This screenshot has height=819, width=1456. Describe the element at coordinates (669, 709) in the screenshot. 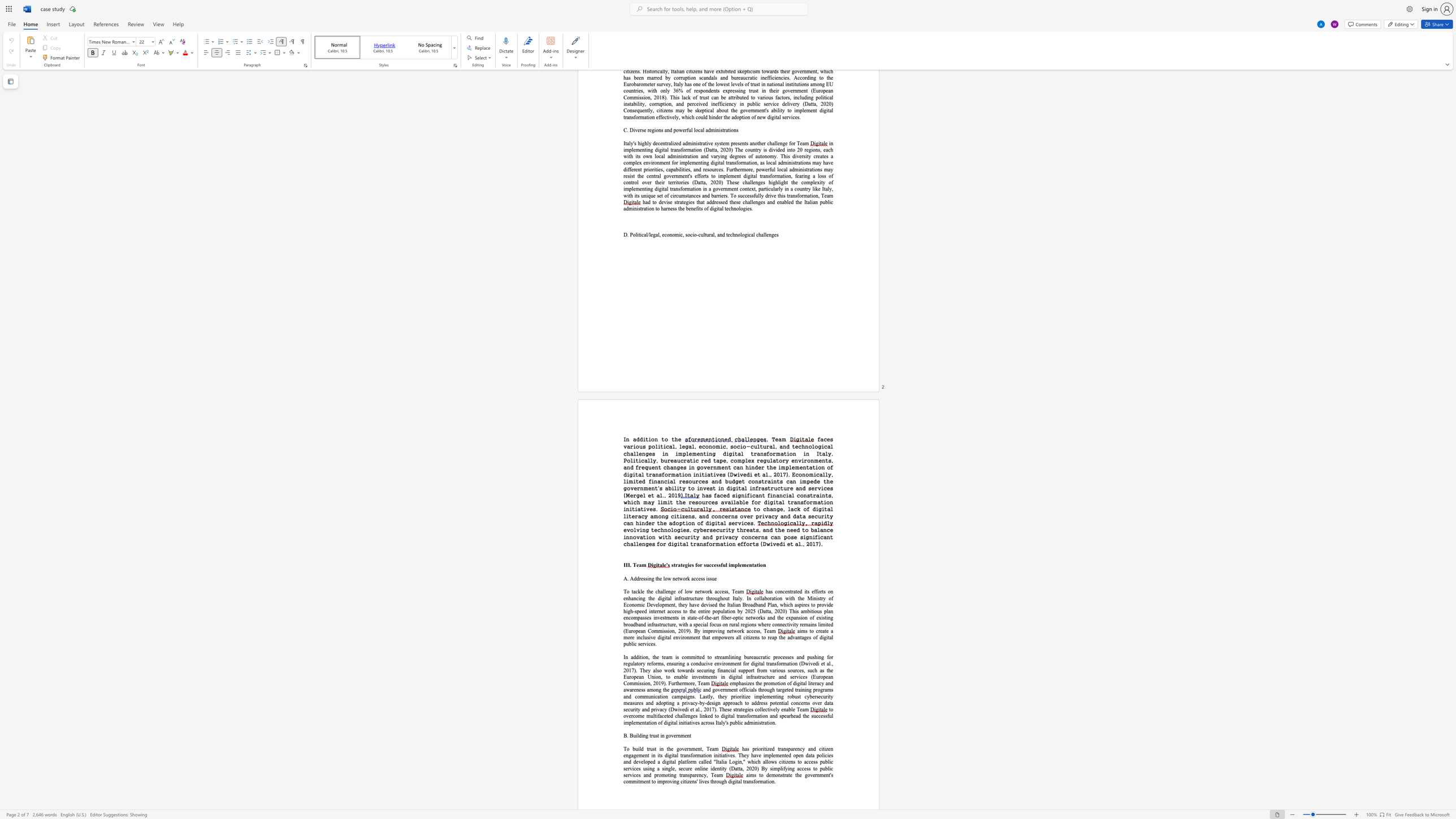

I see `the subset text "(Dwivedi et al., 2017). These strategies collectively enable Tea" within the text "ficials through targeted training programs and communication campaigns. Lastly, they prioritize implementing robust cybersecurity measures and adopting a privacy-by-design approach to address potential concerns over data security and privacy (Dwivedi et al., 2017). These strategies collectively enable Team"` at that location.